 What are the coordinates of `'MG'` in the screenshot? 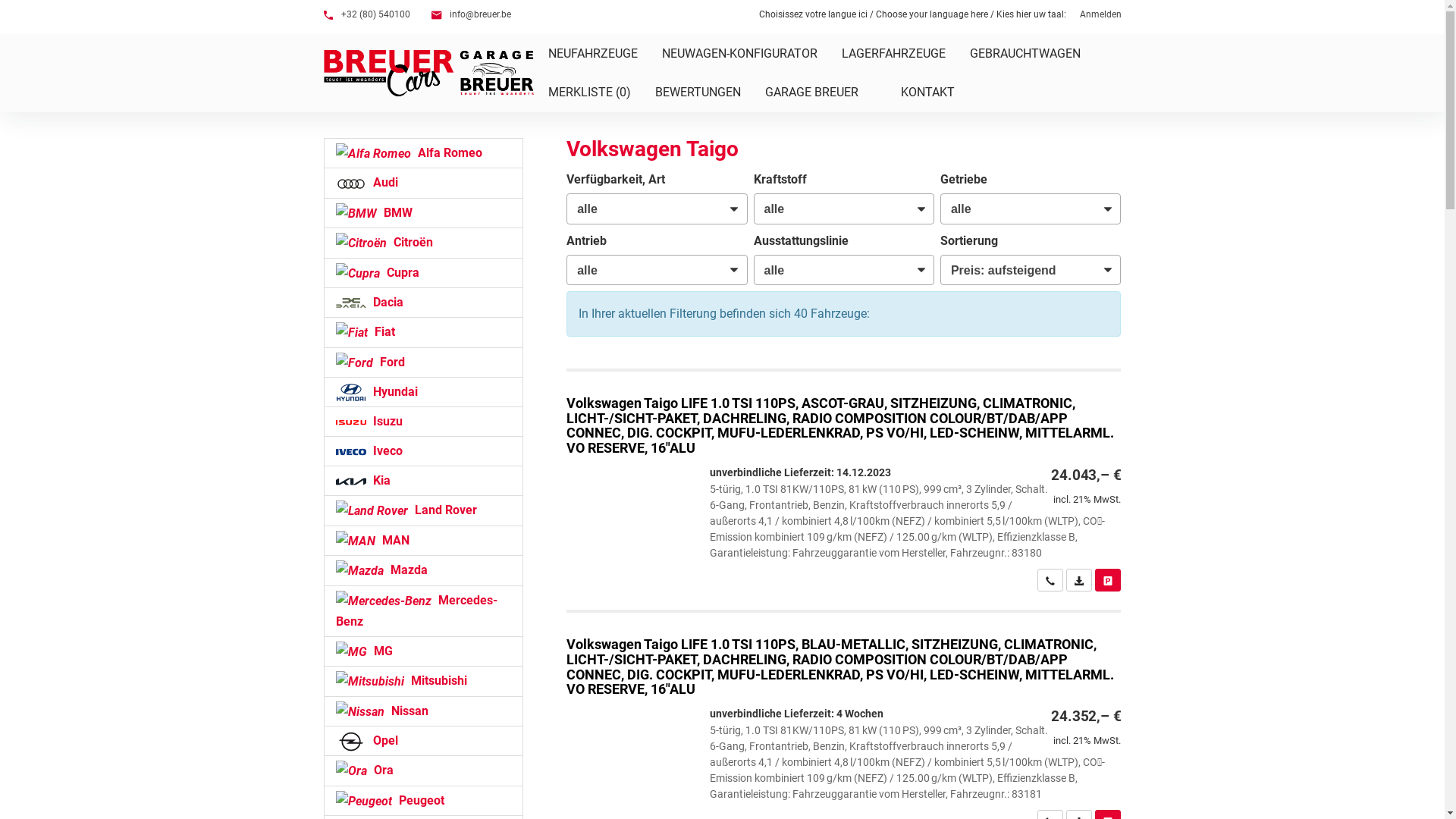 It's located at (422, 651).